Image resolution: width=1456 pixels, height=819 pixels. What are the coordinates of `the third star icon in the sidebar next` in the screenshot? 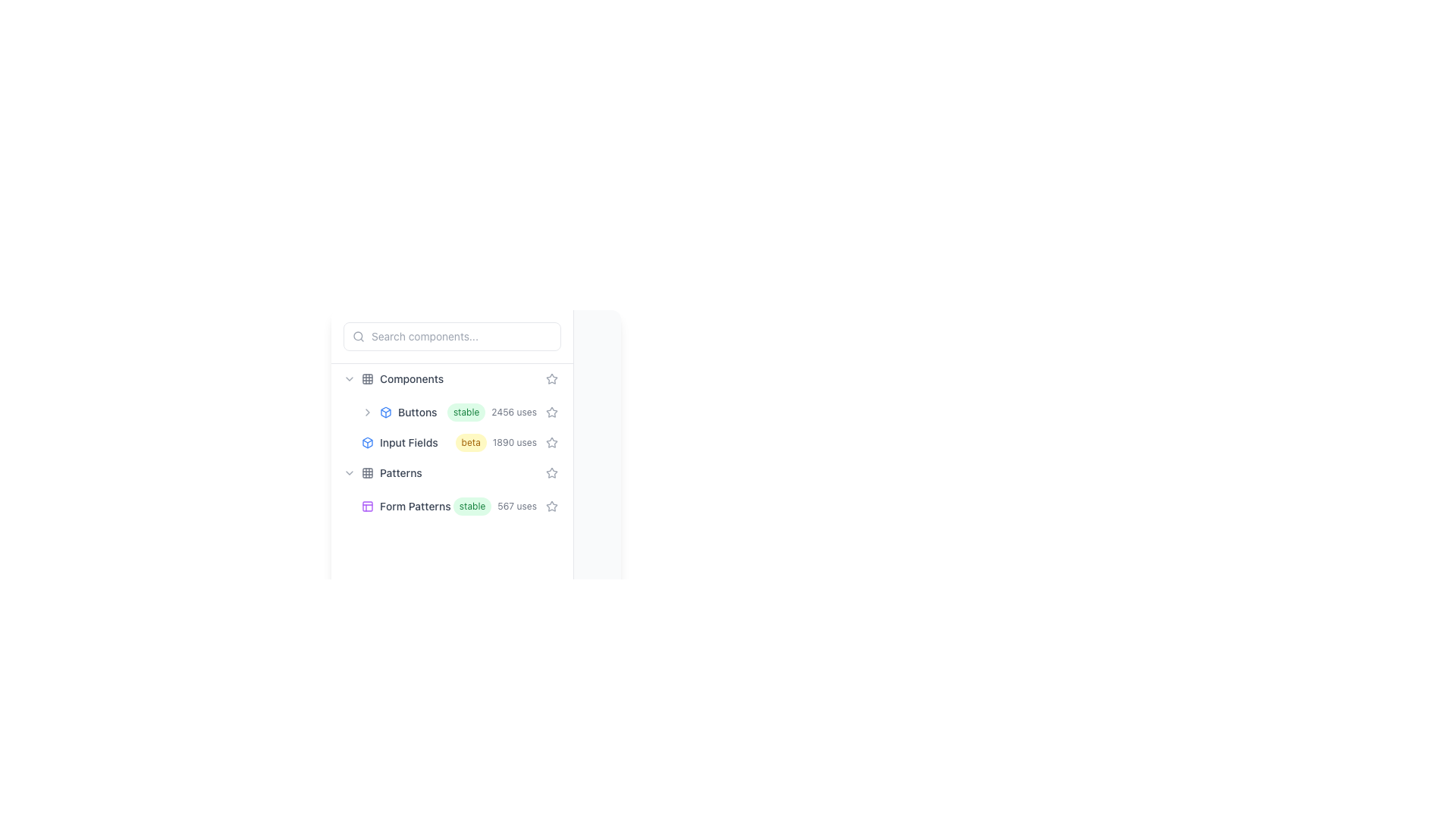 It's located at (551, 472).